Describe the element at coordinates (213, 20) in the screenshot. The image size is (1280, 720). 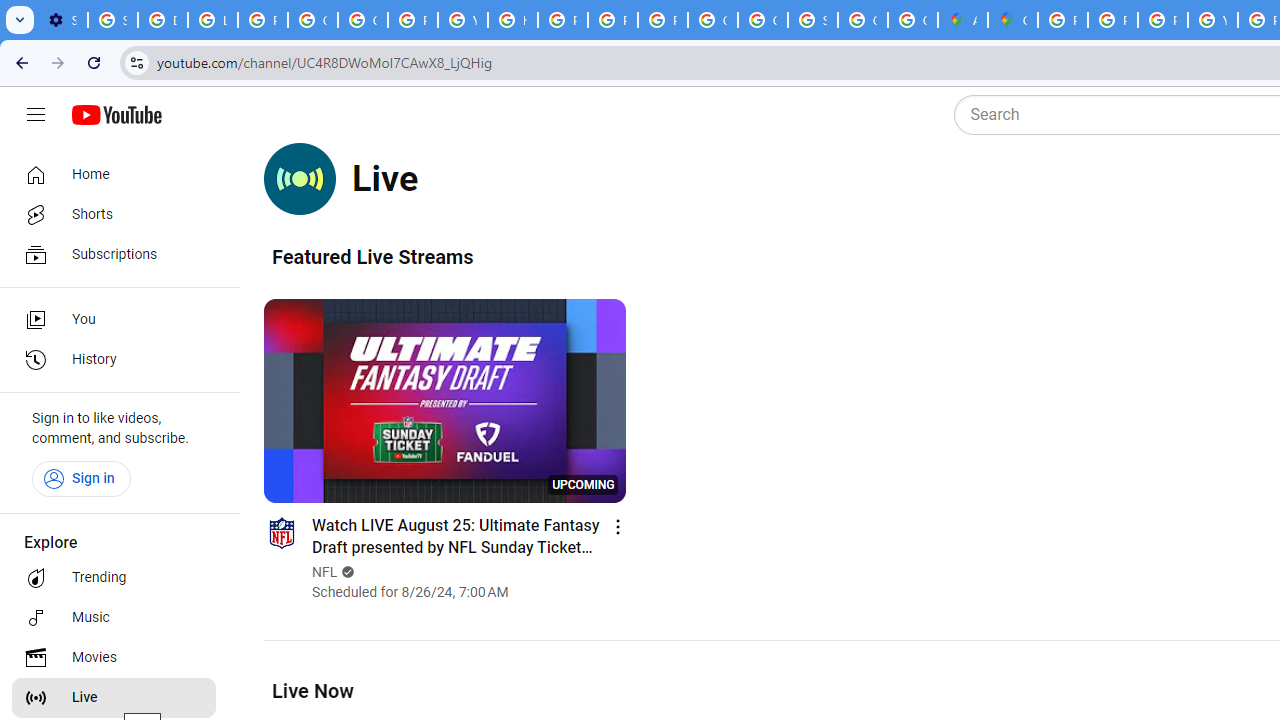
I see `'Learn how to find your photos - Google Photos Help'` at that location.